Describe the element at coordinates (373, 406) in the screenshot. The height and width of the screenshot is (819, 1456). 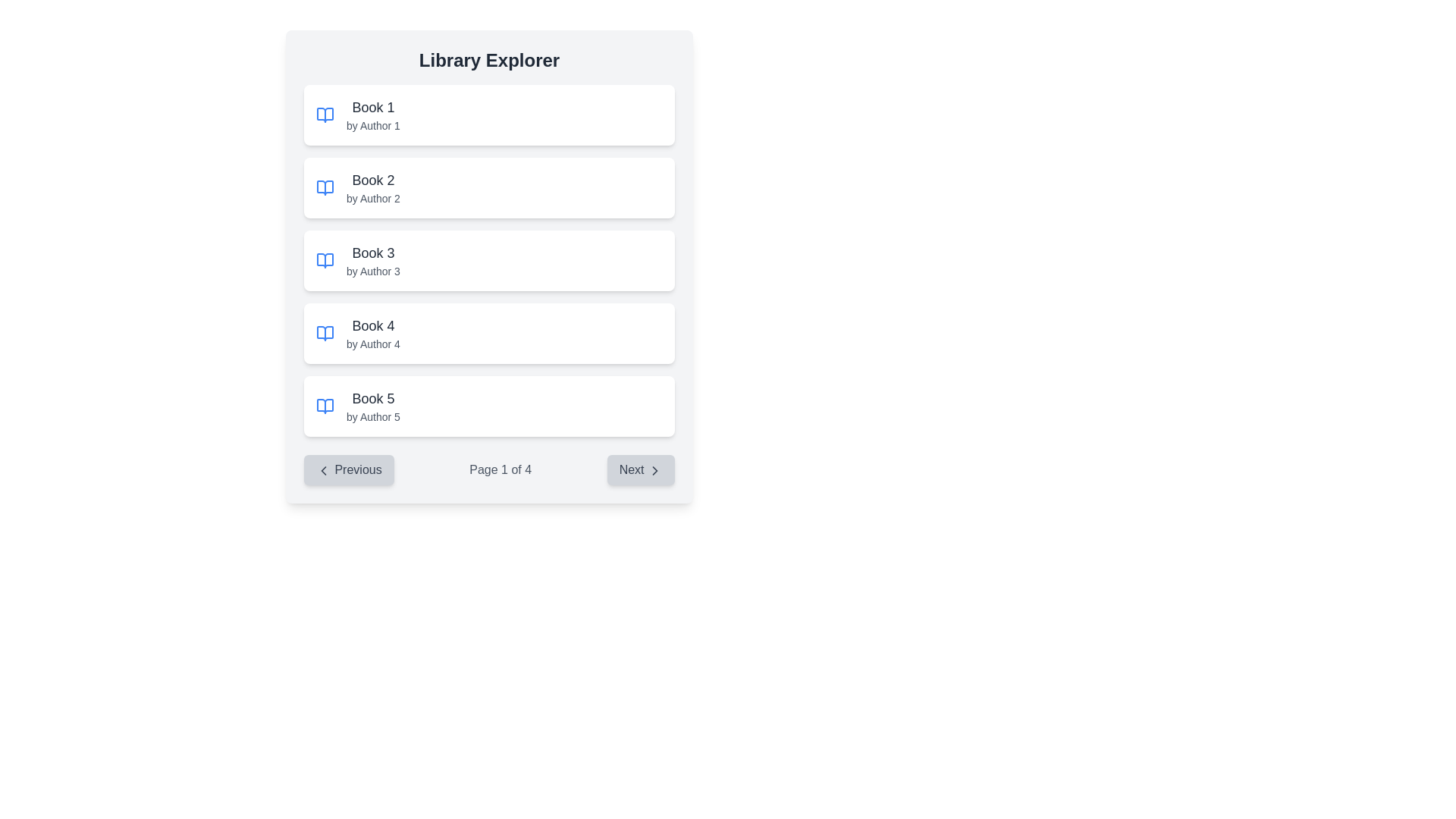
I see `the text display element that shows 'Book 5 by Author 5' in a large, bold font, positioned as the fifth item in a vertical list of book entries` at that location.